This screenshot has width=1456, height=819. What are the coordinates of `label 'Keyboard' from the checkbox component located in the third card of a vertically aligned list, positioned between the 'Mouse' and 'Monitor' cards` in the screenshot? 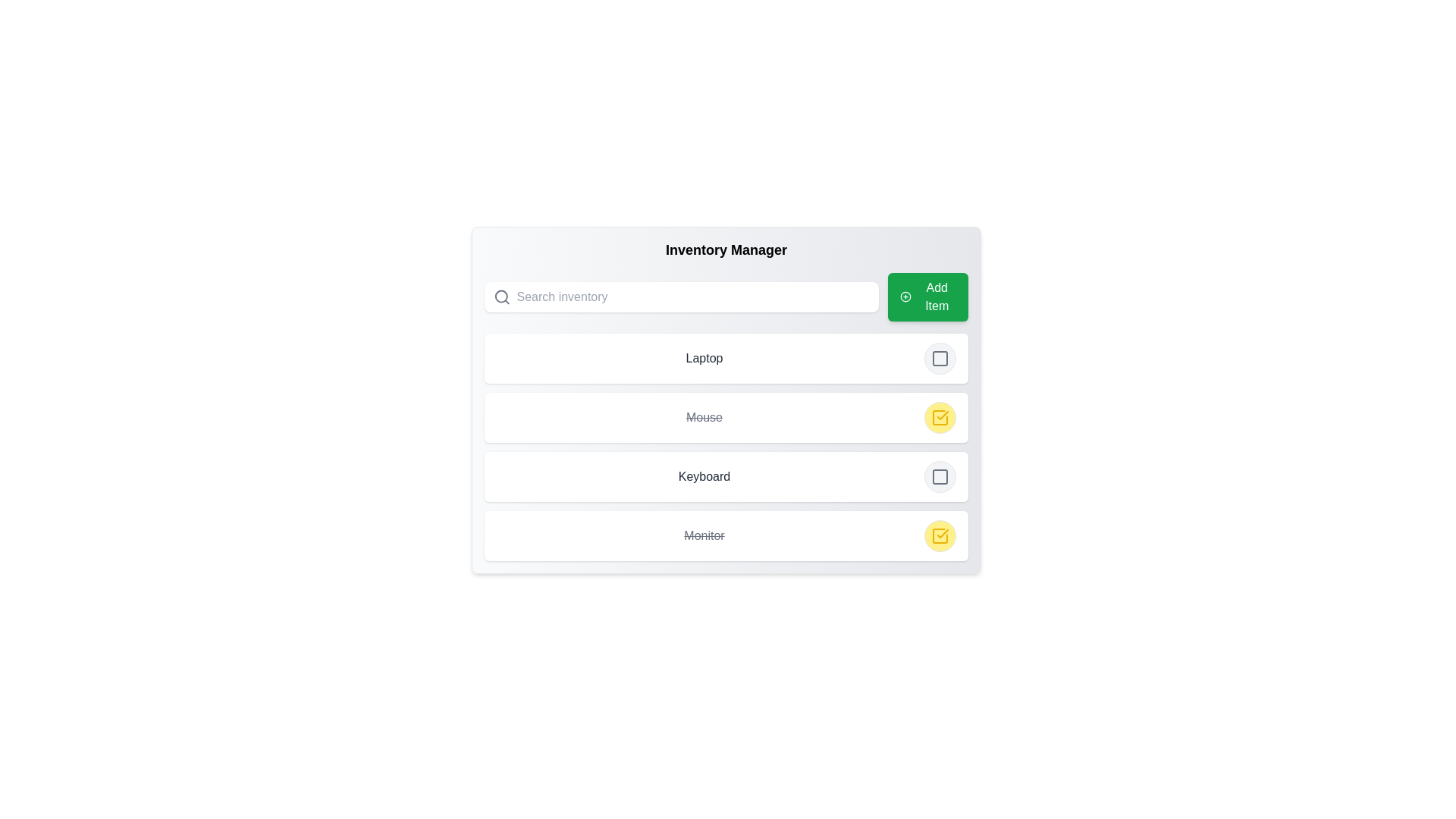 It's located at (726, 475).